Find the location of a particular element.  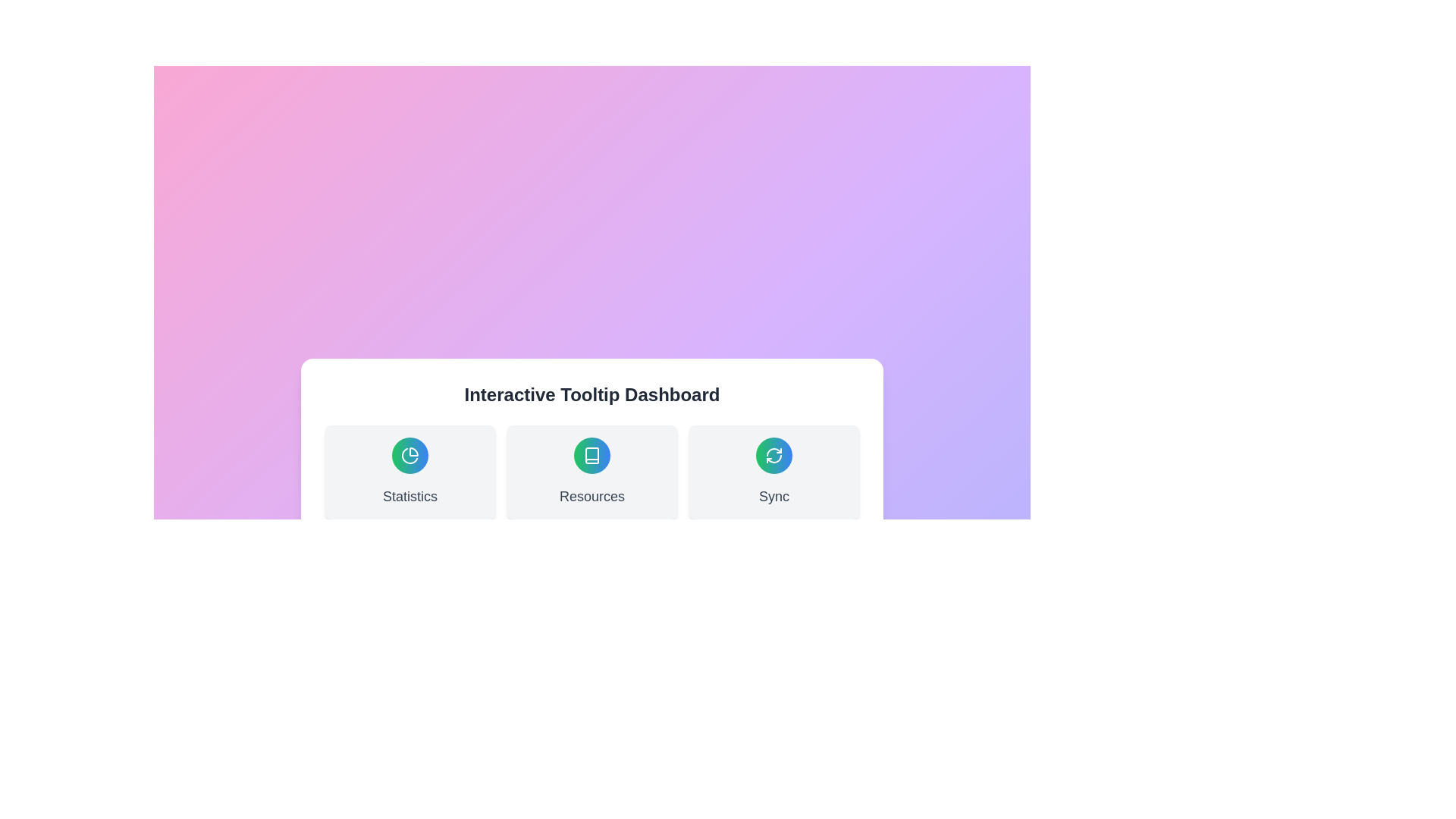

the circular gradient button with a refresh icon is located at coordinates (774, 455).